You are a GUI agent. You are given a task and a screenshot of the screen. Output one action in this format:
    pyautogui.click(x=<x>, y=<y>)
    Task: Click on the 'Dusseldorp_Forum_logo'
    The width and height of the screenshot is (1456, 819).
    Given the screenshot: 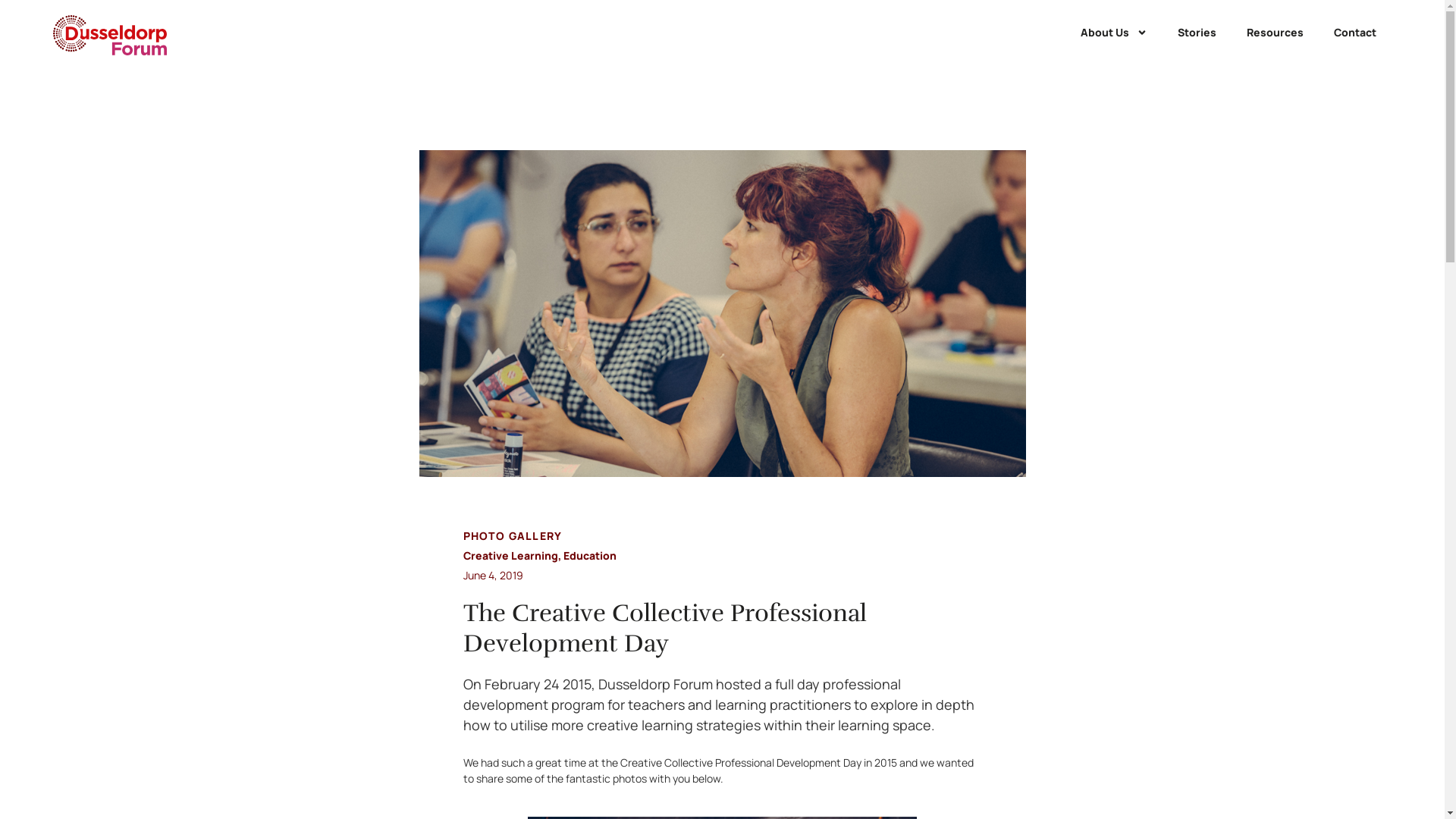 What is the action you would take?
    pyautogui.click(x=108, y=34)
    